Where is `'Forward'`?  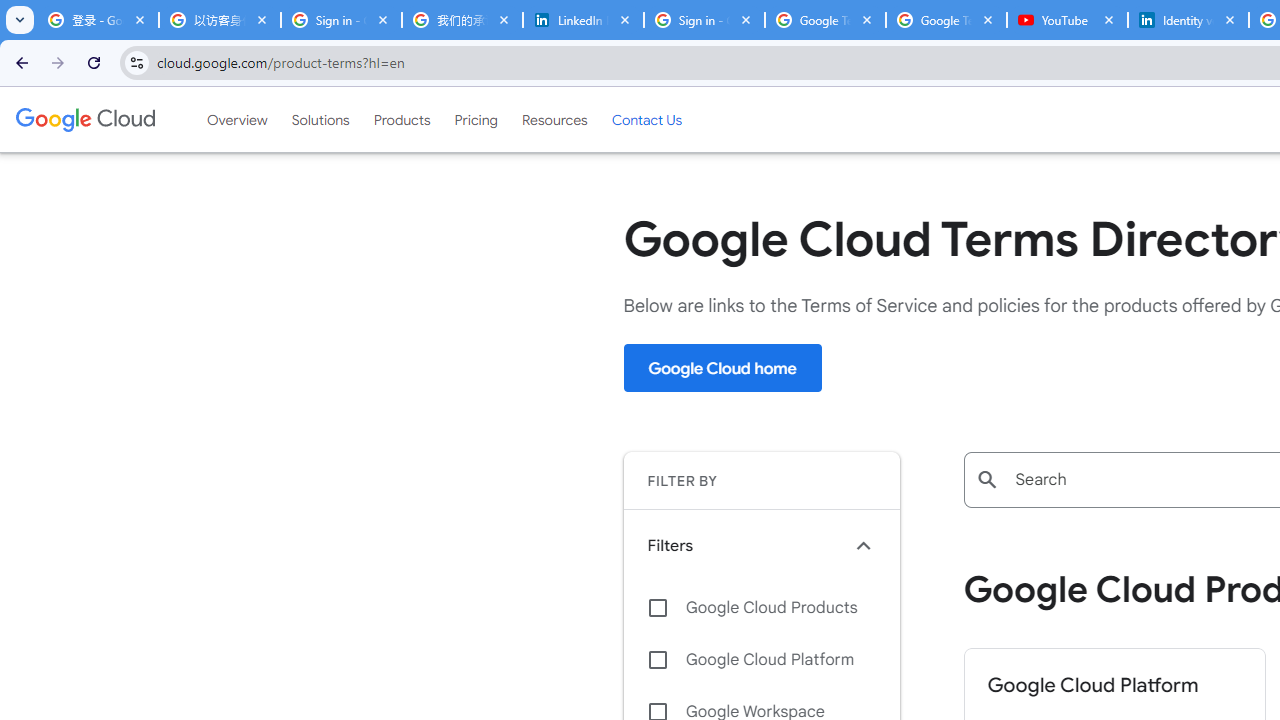 'Forward' is located at coordinates (58, 61).